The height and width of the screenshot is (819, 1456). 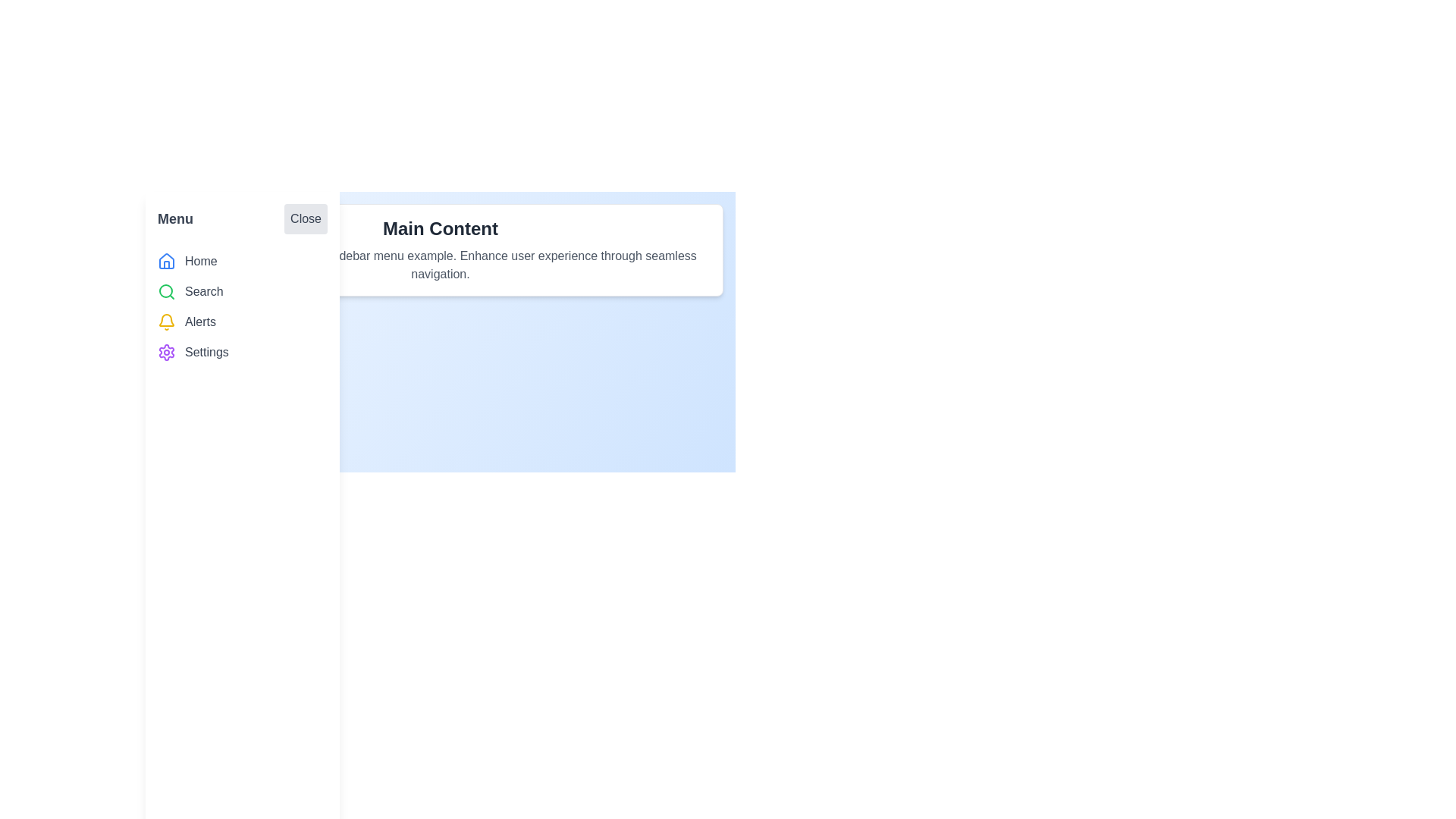 What do you see at coordinates (167, 321) in the screenshot?
I see `the yellow bell-shaped notification icon located in the vertical navigation menu to the left of the 'Alerts' label` at bounding box center [167, 321].